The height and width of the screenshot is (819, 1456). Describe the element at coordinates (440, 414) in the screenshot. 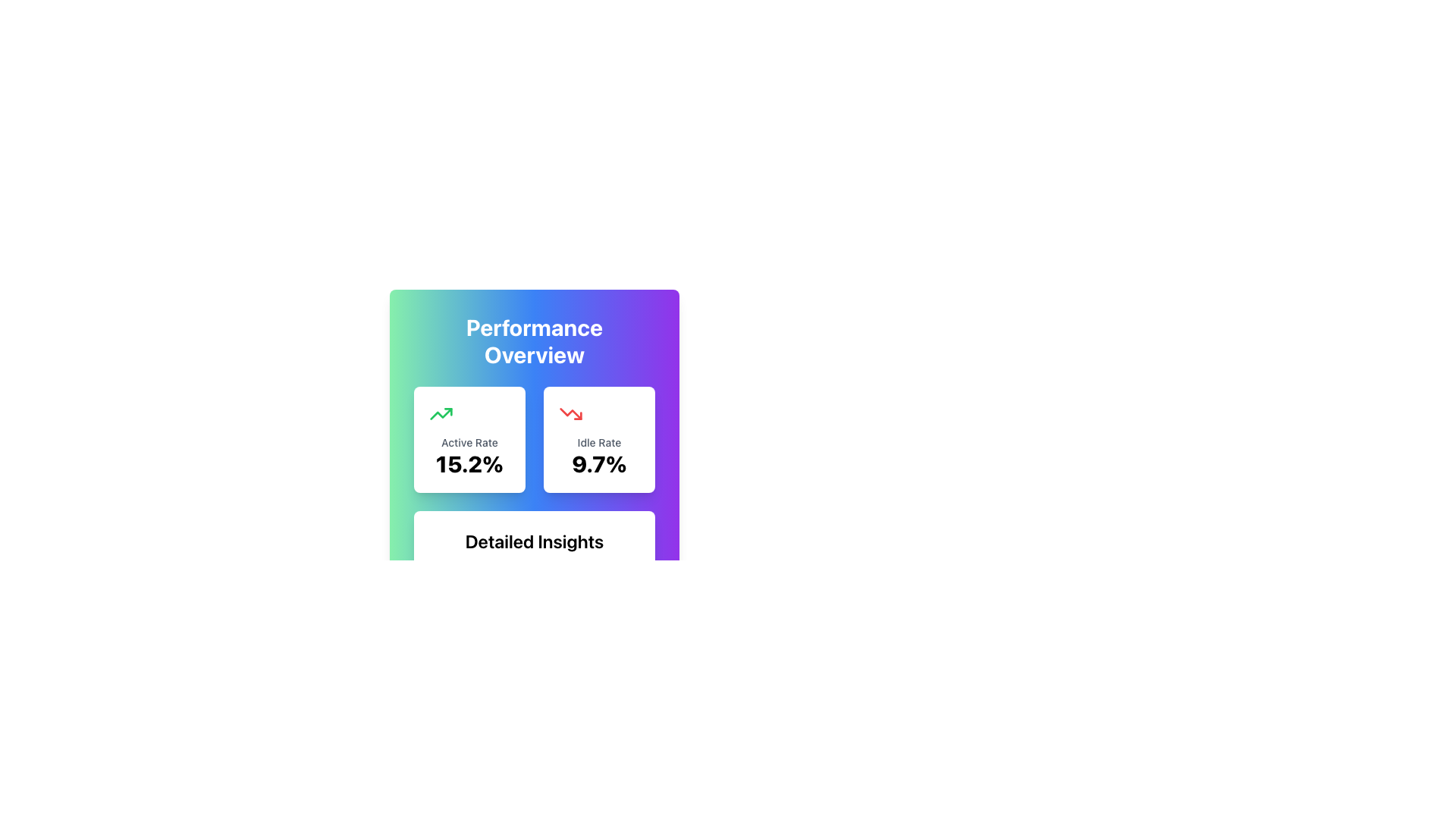

I see `the green upward trending arrow icon located at the top-left within the 'Active Rate' card, directly above the numerical metric '15.2%' and near the label 'Active Rate'` at that location.